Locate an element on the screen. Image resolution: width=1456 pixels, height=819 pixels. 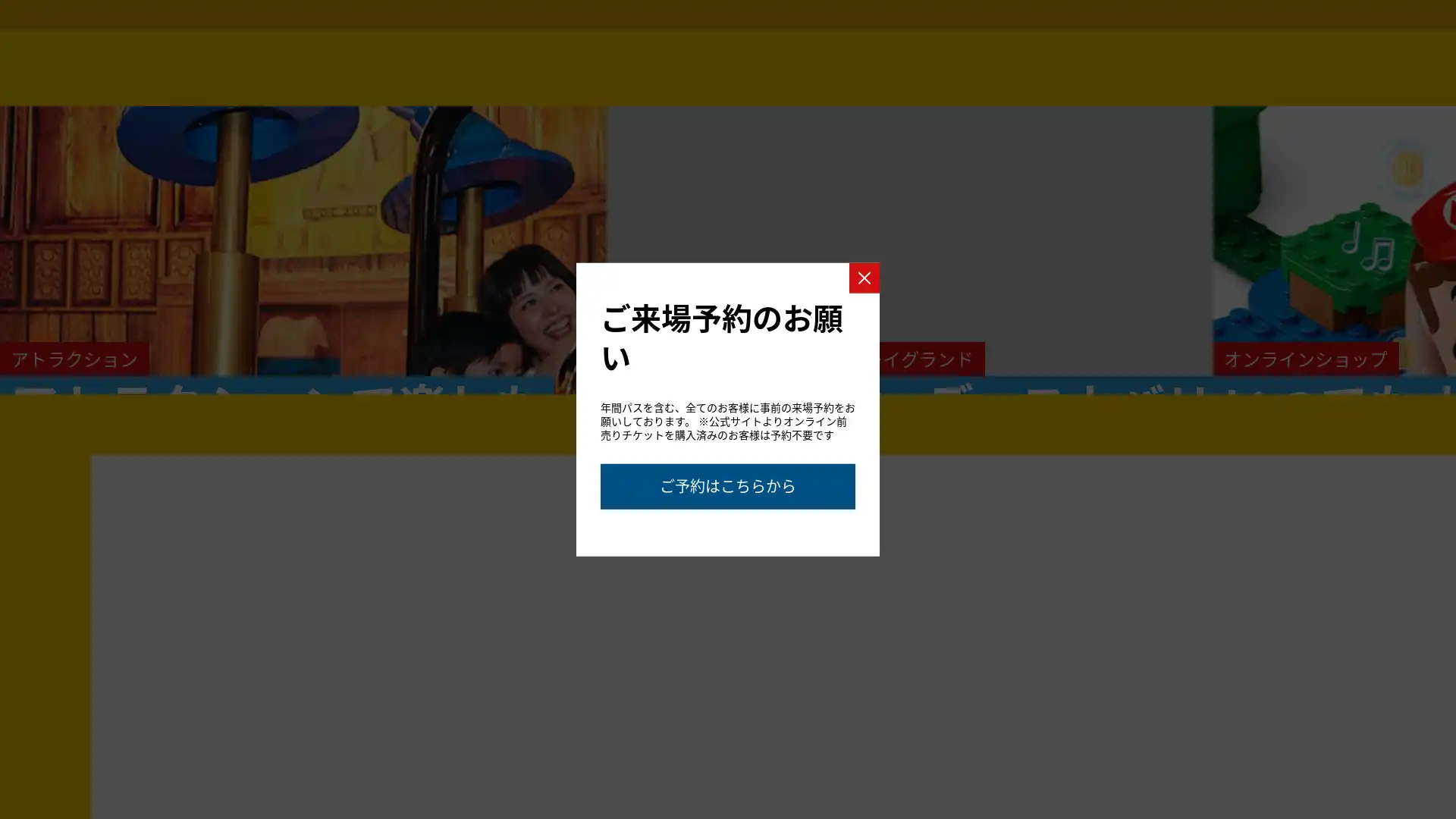
Go to slide 3 is located at coordinates (745, 587).